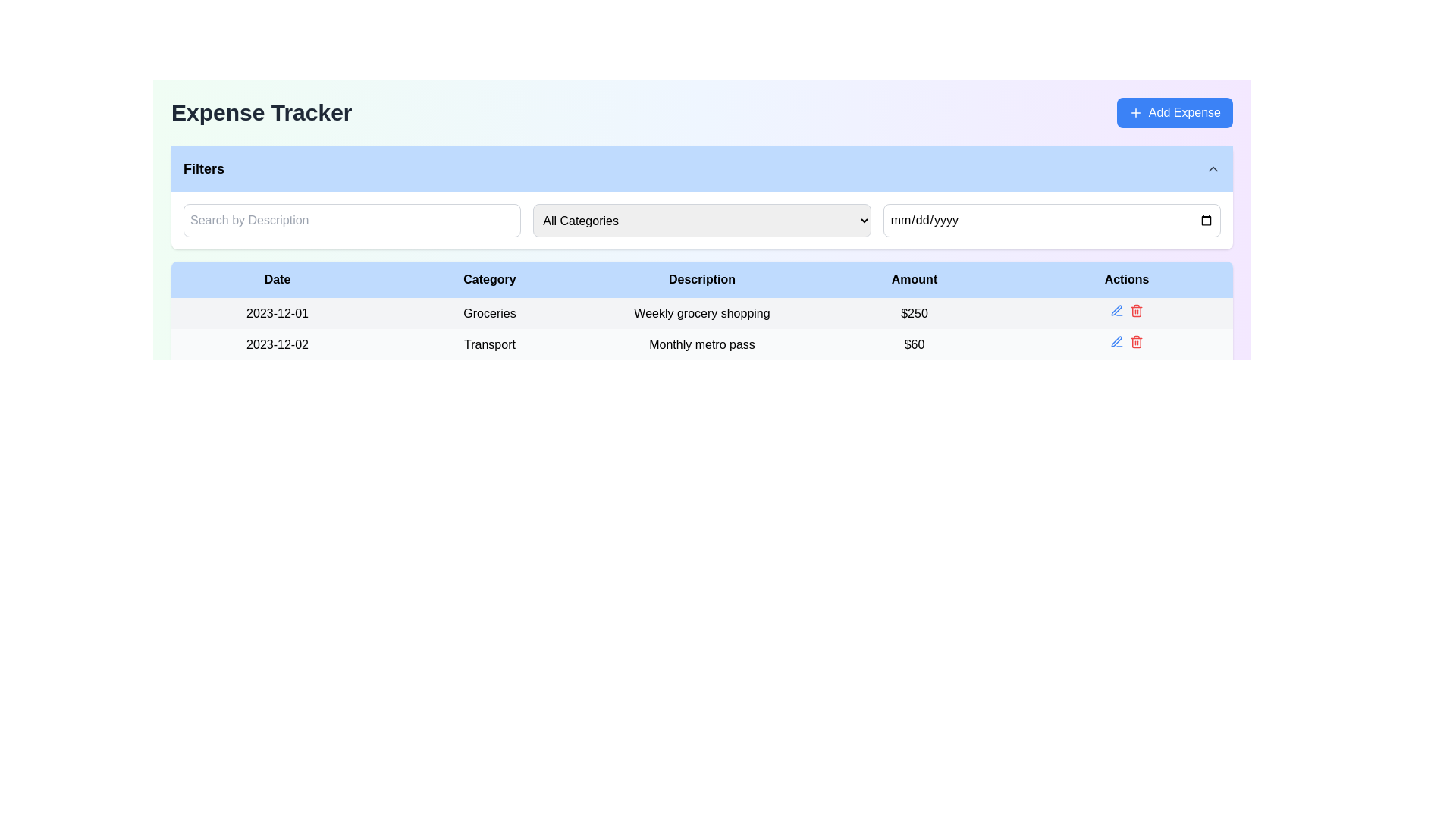  Describe the element at coordinates (913, 280) in the screenshot. I see `the 'Amount' column header title in the table, which is centrally aligned in the fourth column of the header row` at that location.